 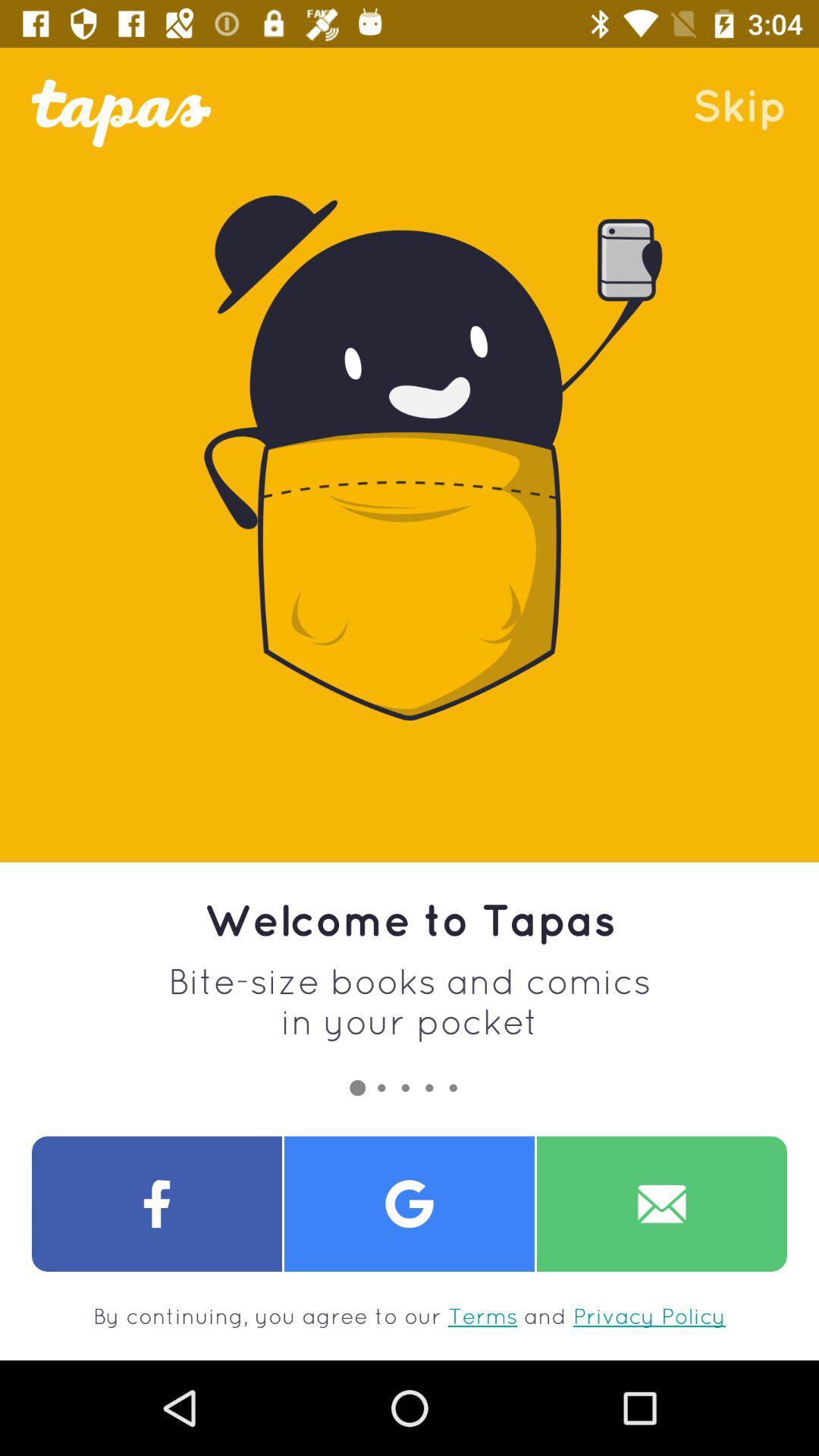 I want to click on shows message icon, so click(x=661, y=1203).